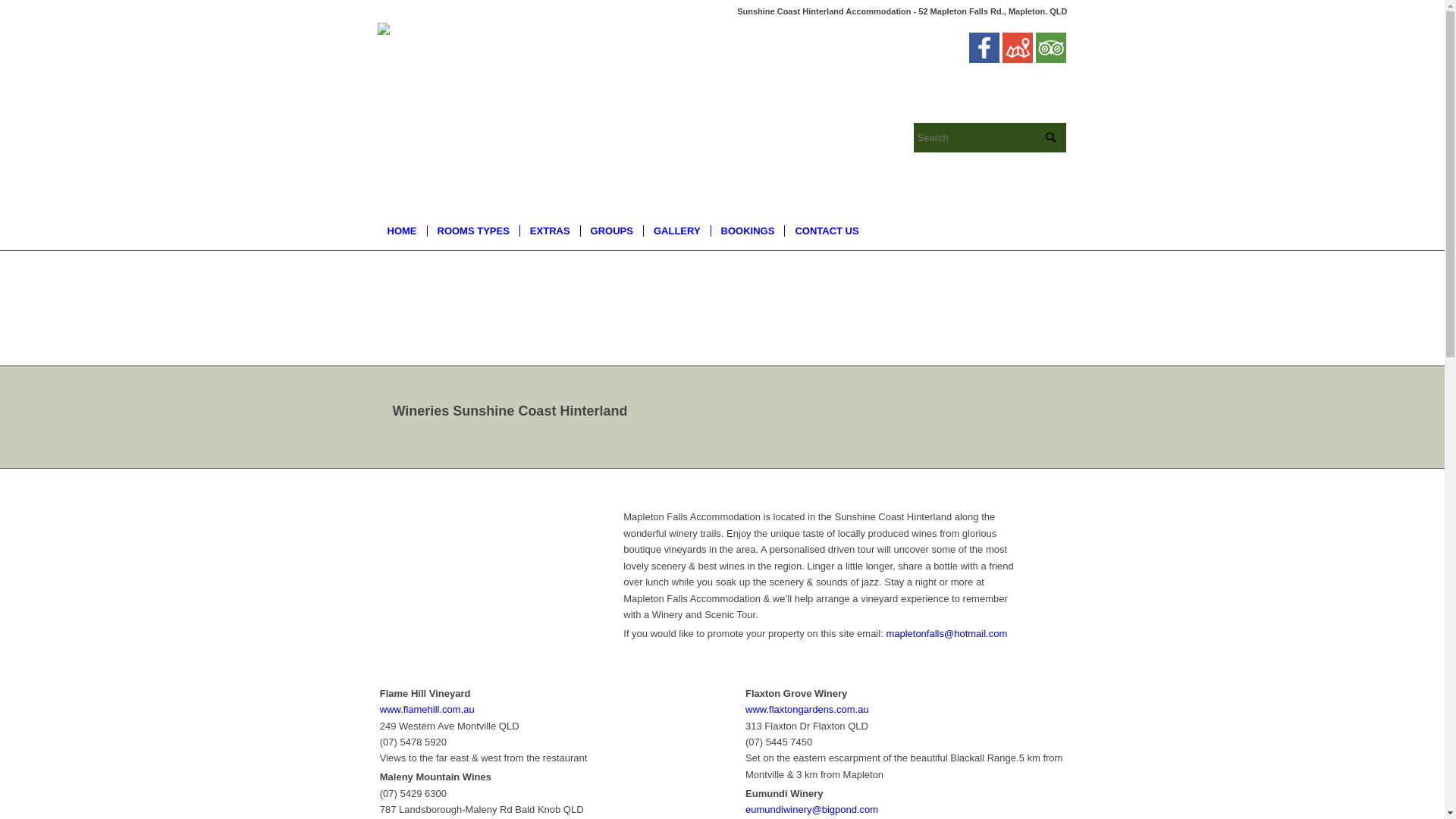 The width and height of the screenshot is (1456, 819). I want to click on 'HOME', so click(402, 231).